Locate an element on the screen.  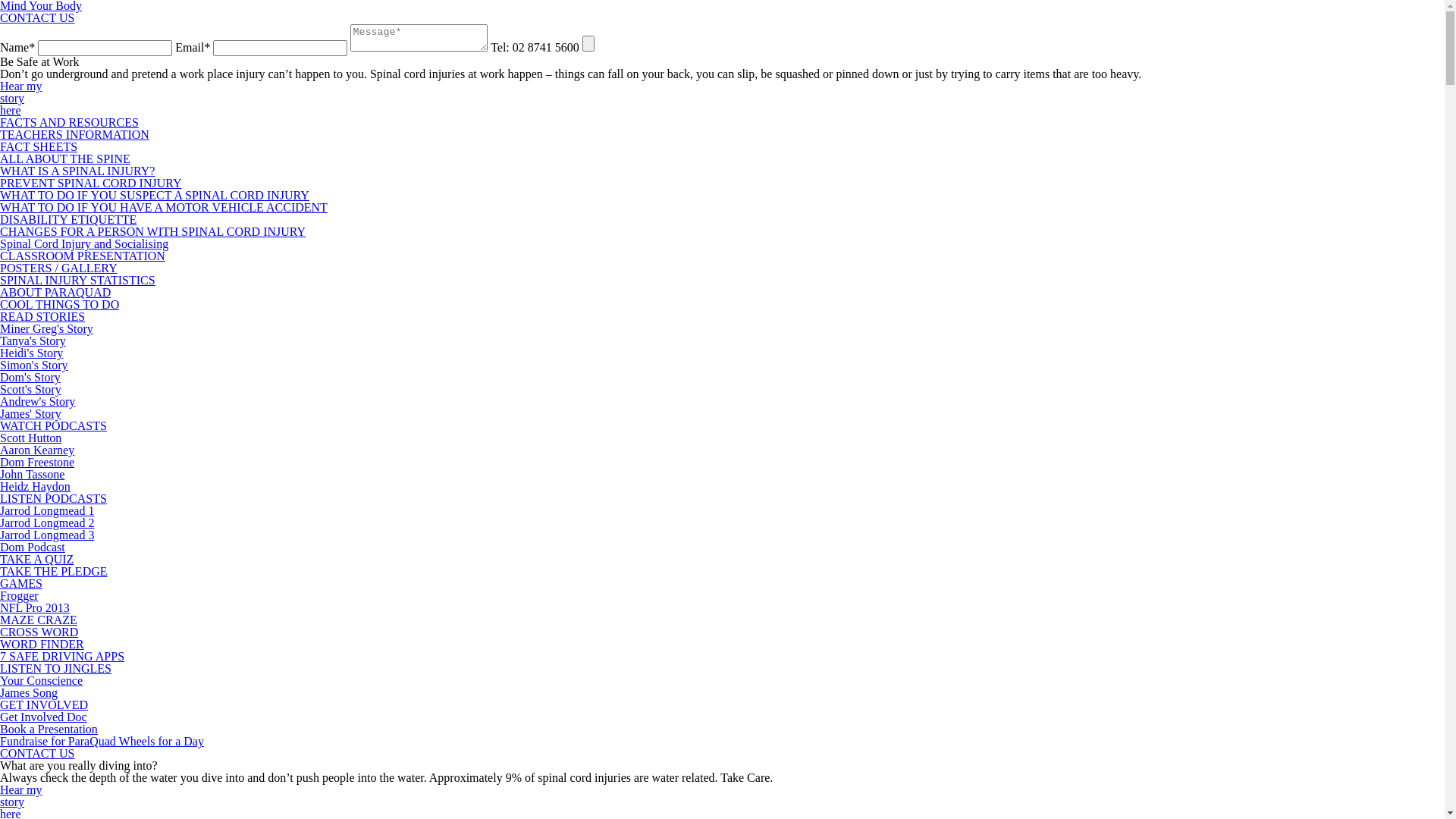
'ABOUT PARAQUAD' is located at coordinates (55, 292).